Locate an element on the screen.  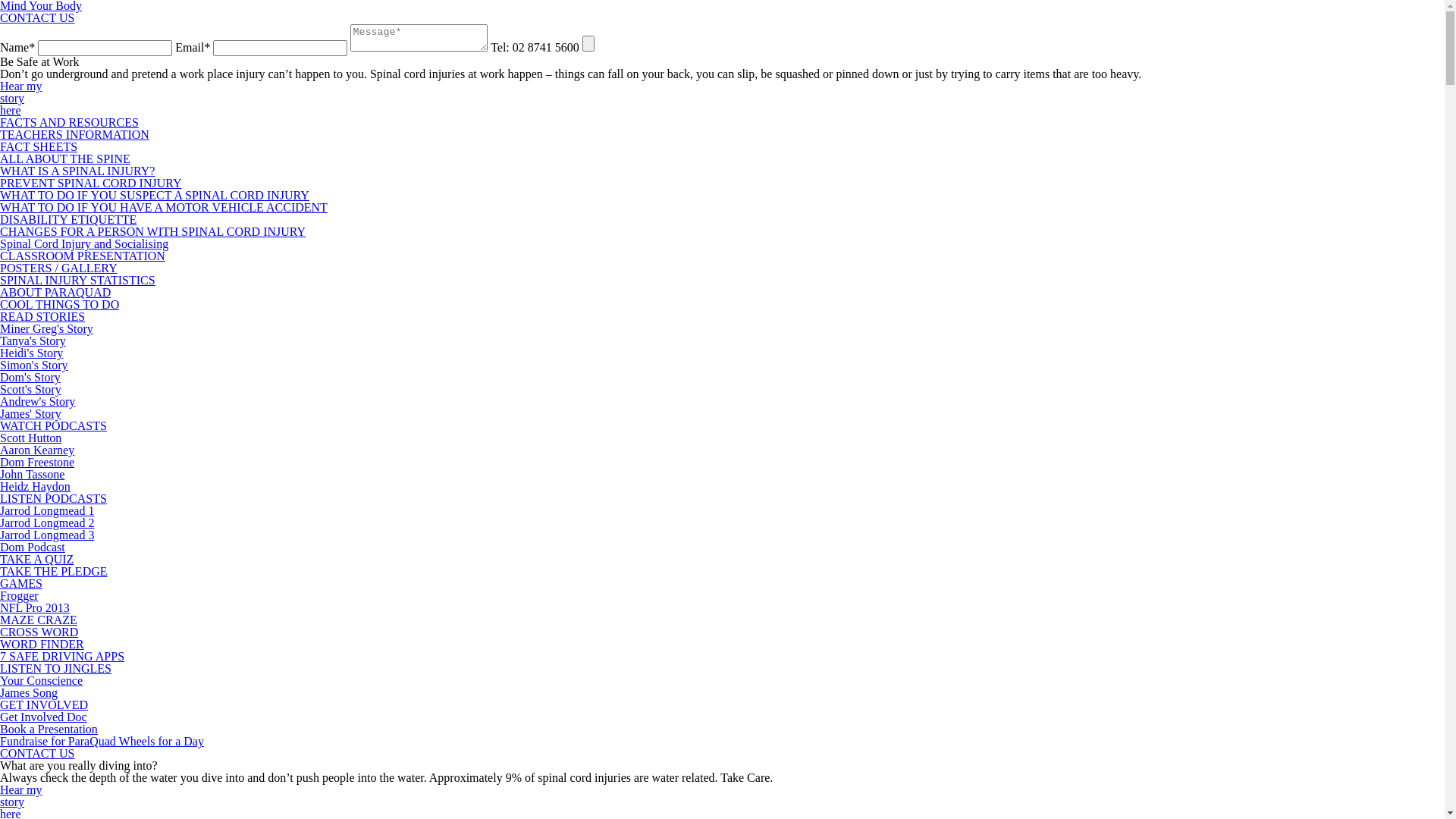
'ABOUT PARAQUAD' is located at coordinates (55, 292).